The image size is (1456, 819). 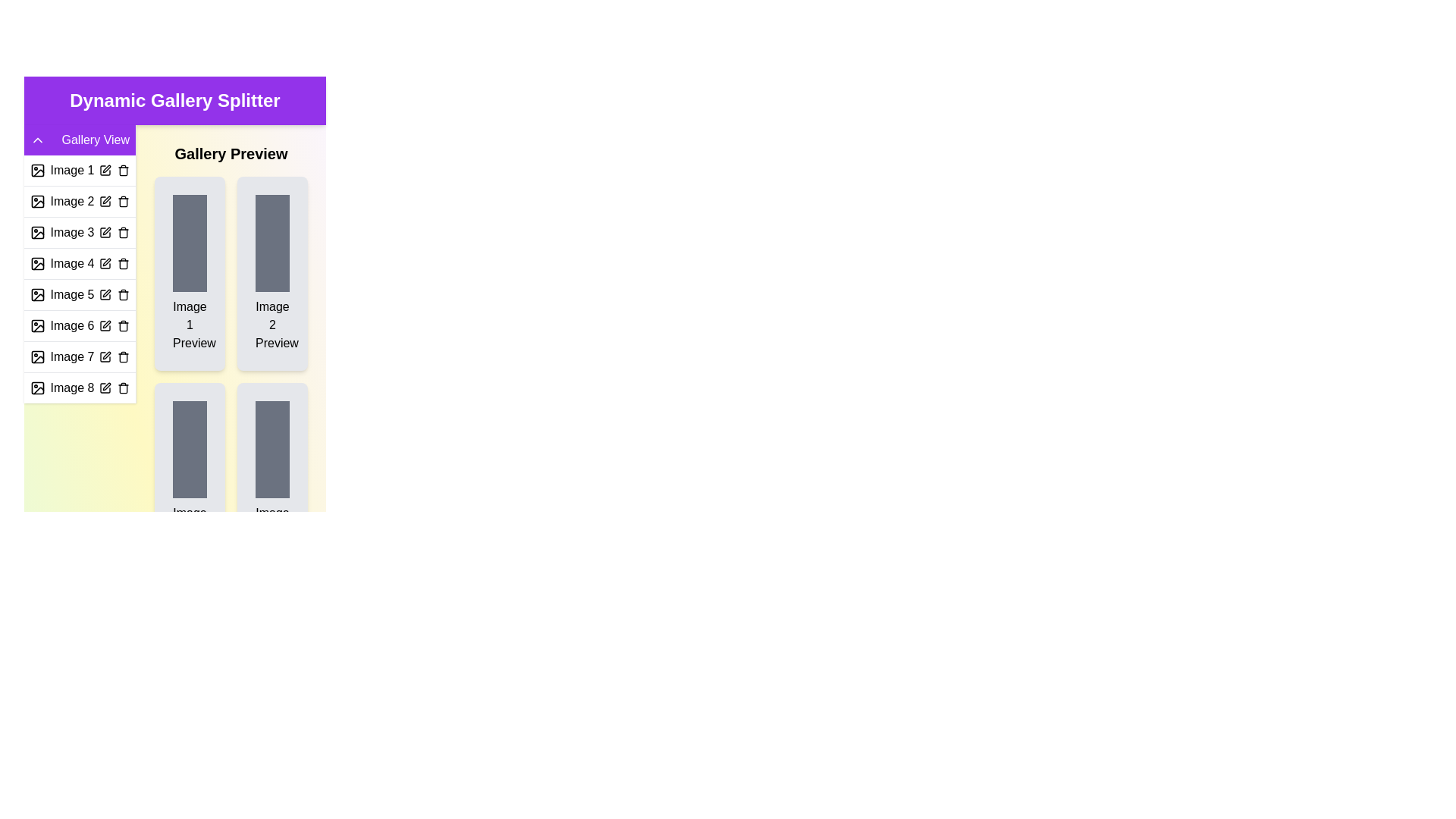 What do you see at coordinates (105, 233) in the screenshot?
I see `the pencil icon button` at bounding box center [105, 233].